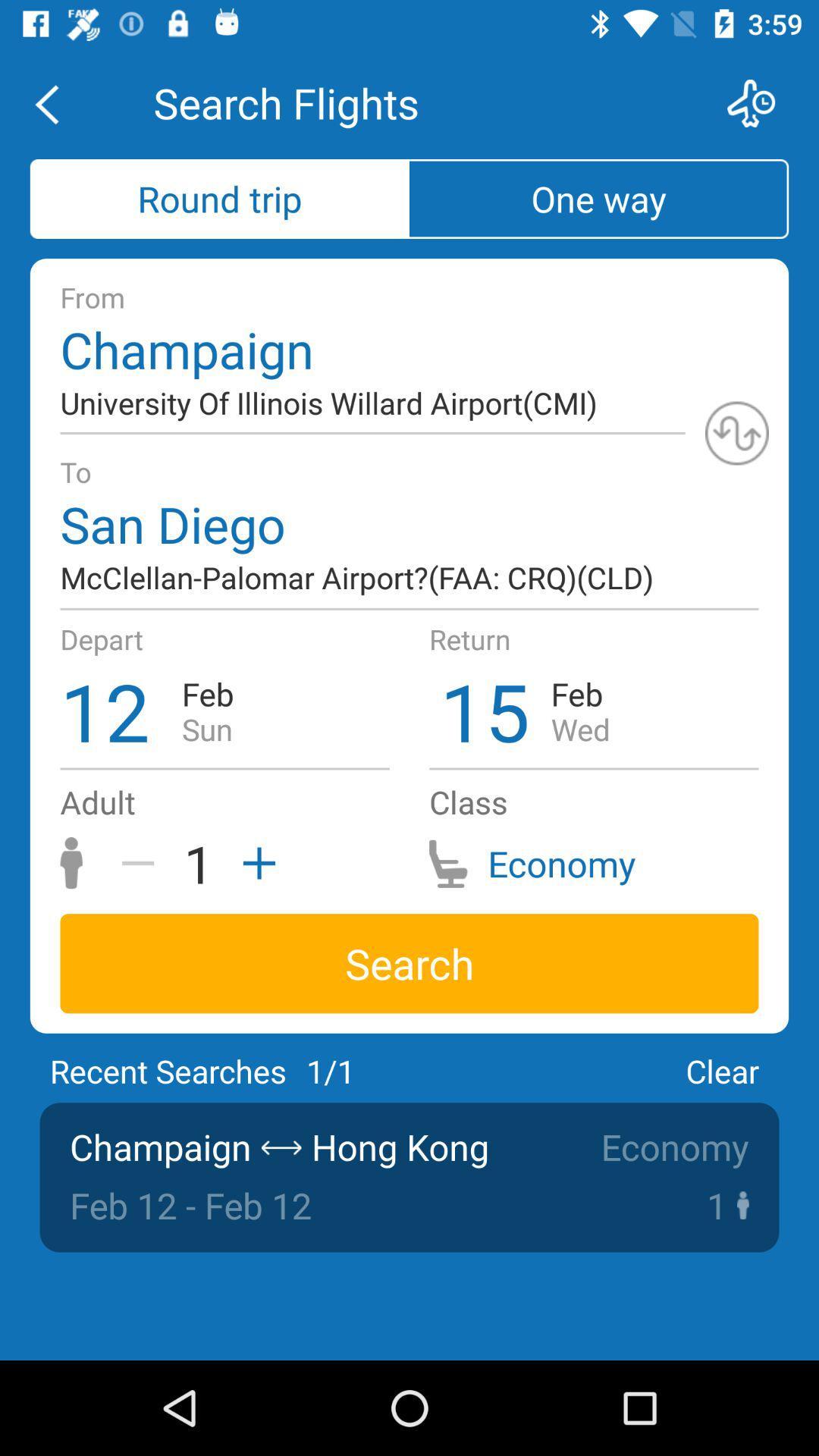 This screenshot has height=1456, width=819. What do you see at coordinates (761, 102) in the screenshot?
I see `airplane timings` at bounding box center [761, 102].